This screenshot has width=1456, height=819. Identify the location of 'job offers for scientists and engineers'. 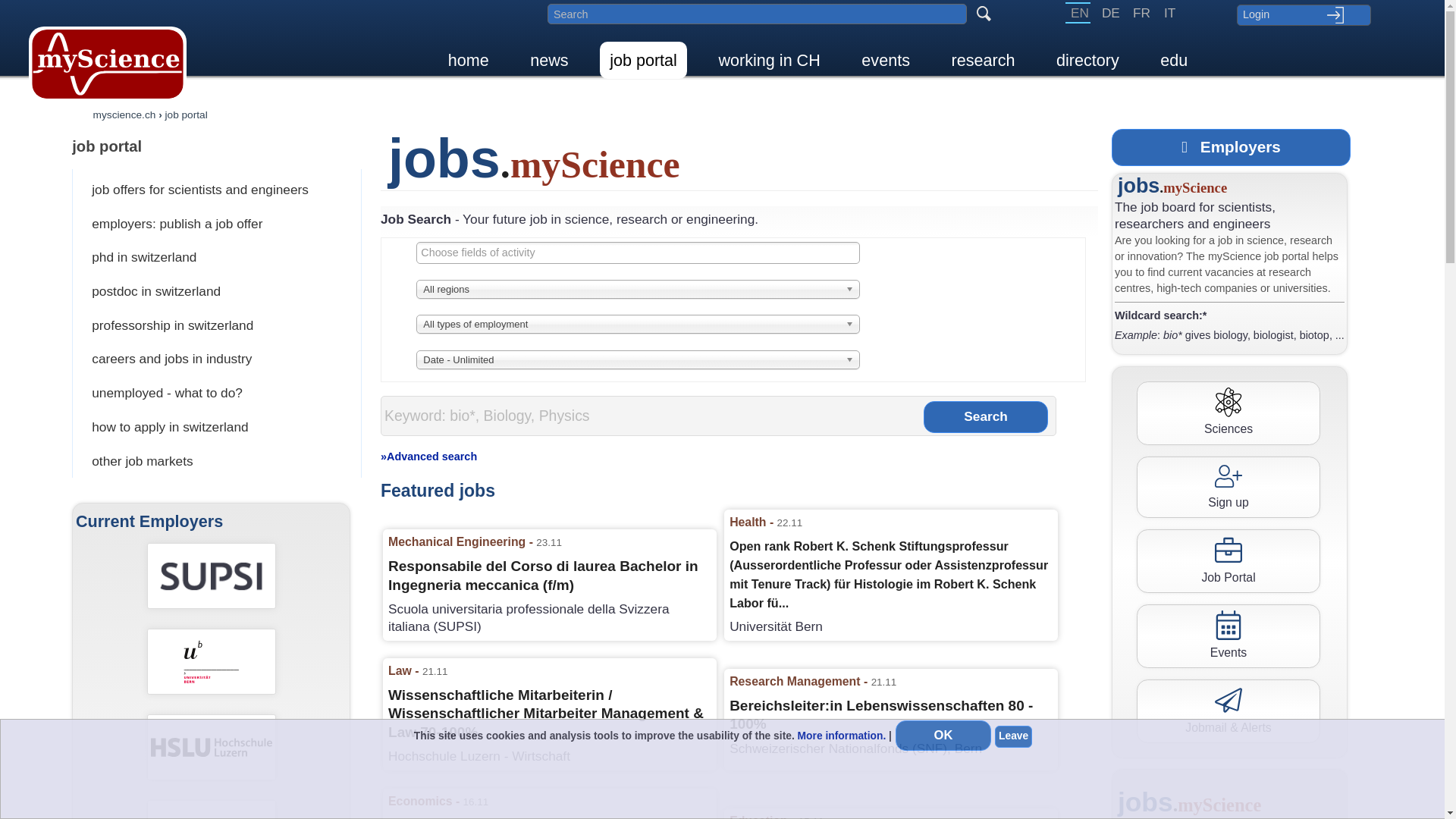
(217, 189).